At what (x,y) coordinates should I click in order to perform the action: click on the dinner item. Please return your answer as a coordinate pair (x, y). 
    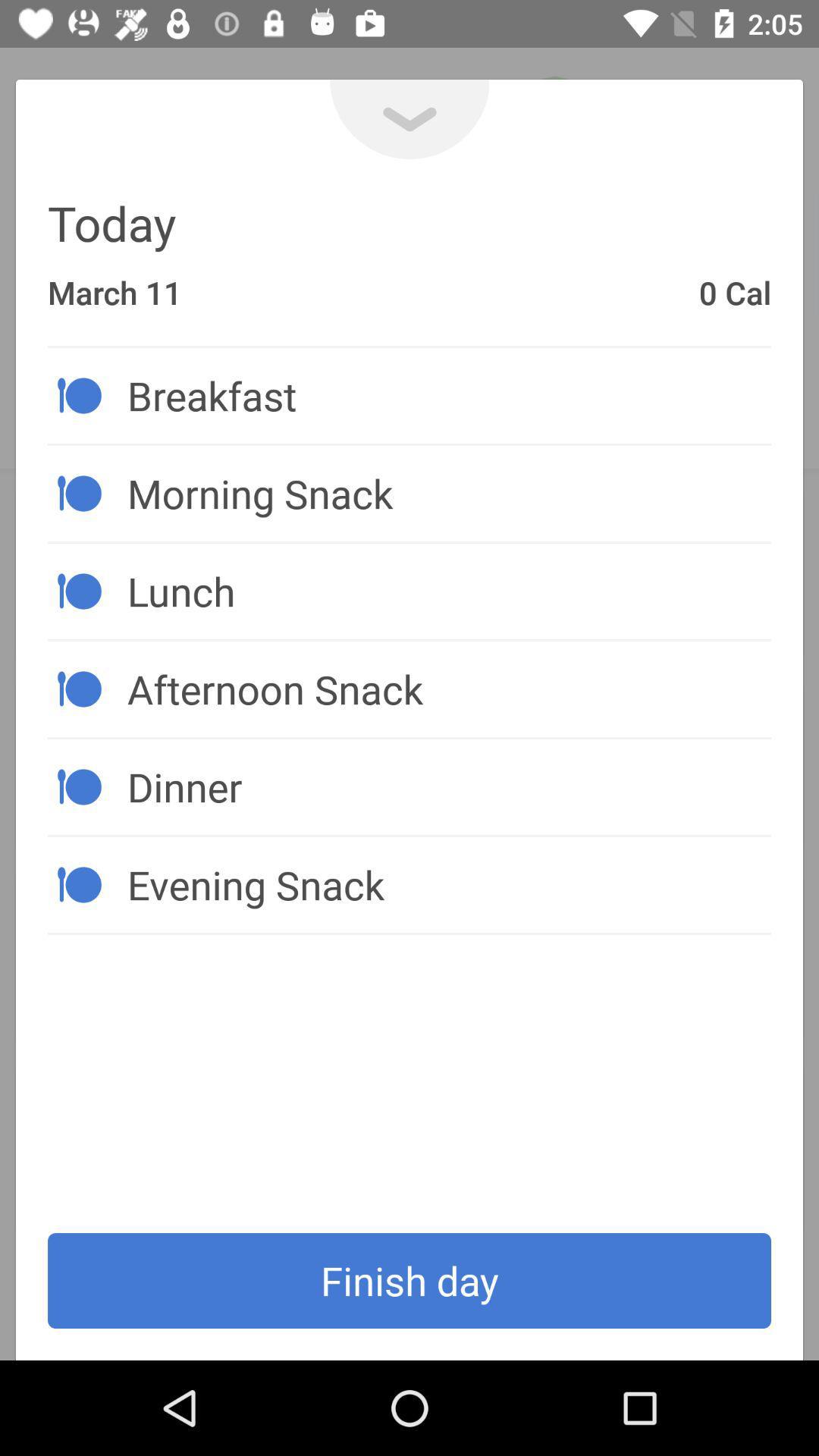
    Looking at the image, I should click on (448, 786).